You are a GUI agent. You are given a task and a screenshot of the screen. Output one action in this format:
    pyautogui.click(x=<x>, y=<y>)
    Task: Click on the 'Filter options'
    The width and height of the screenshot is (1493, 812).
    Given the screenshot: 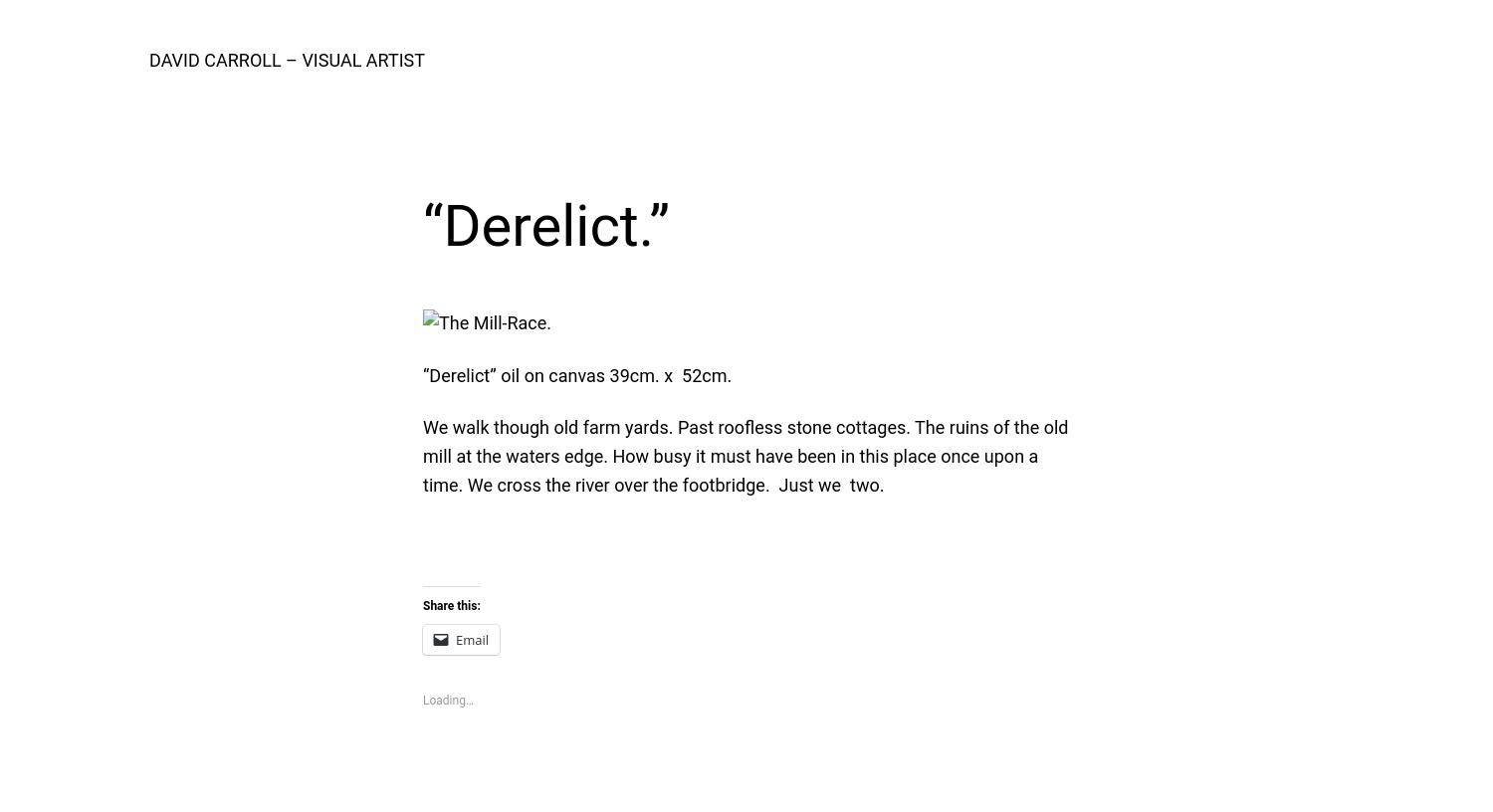 What is the action you would take?
    pyautogui.click(x=1171, y=131)
    